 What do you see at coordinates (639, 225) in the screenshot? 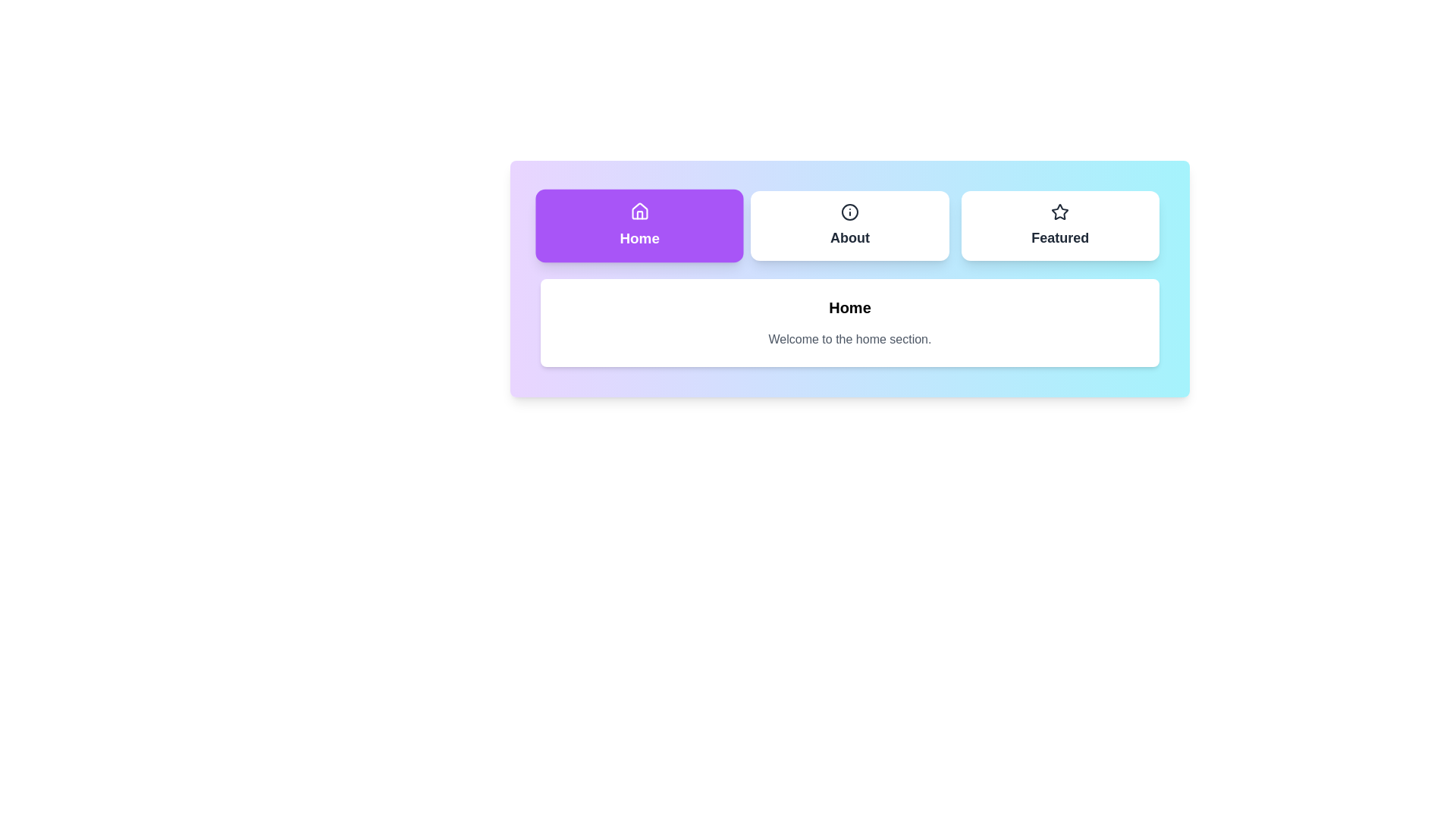
I see `the Home tab to switch to its view` at bounding box center [639, 225].